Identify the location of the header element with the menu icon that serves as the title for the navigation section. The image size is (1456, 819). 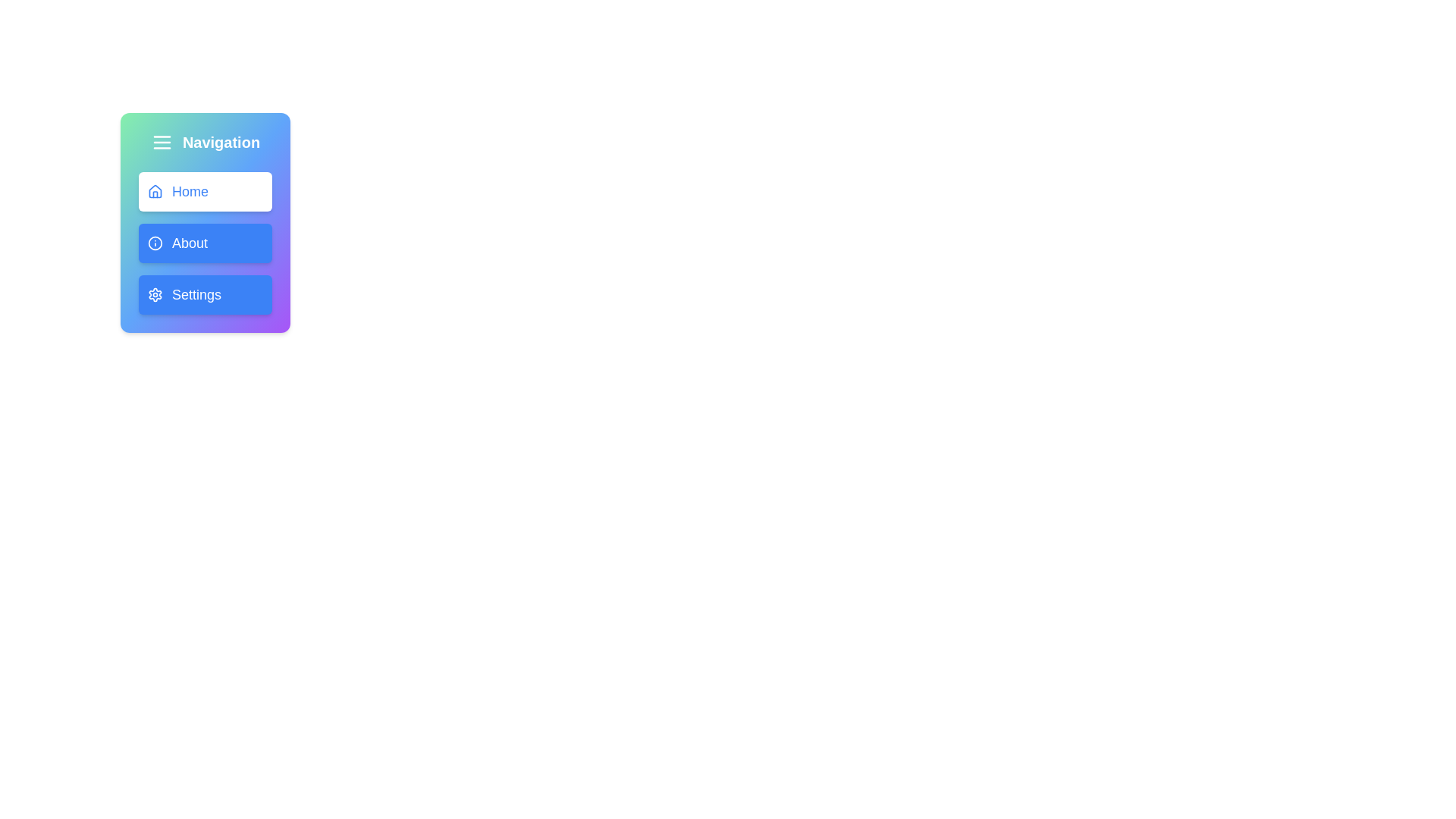
(204, 143).